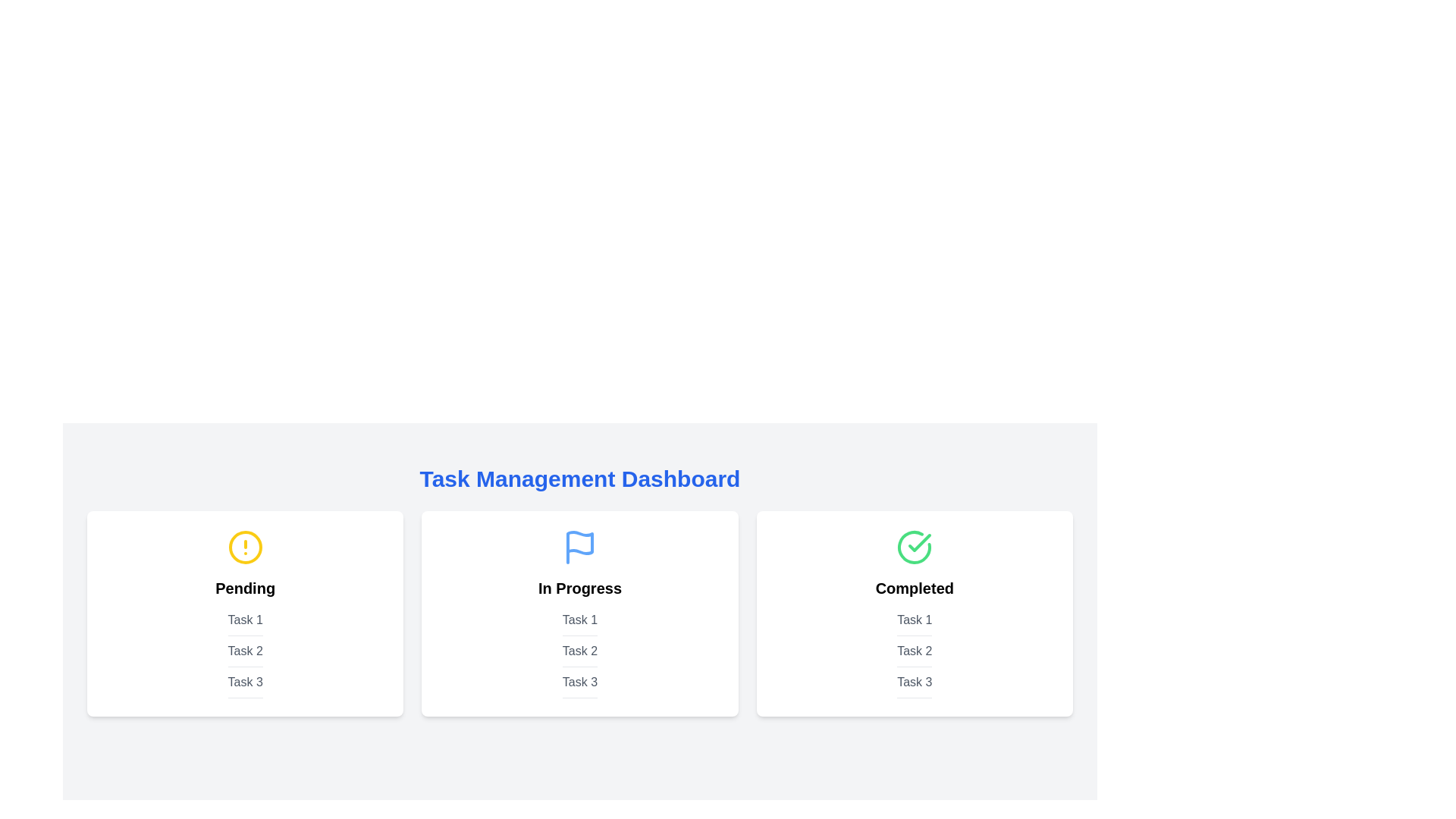 The height and width of the screenshot is (819, 1456). Describe the element at coordinates (245, 623) in the screenshot. I see `the text label for 'Task 1', which is the first entry in the Pending section of the task list` at that location.